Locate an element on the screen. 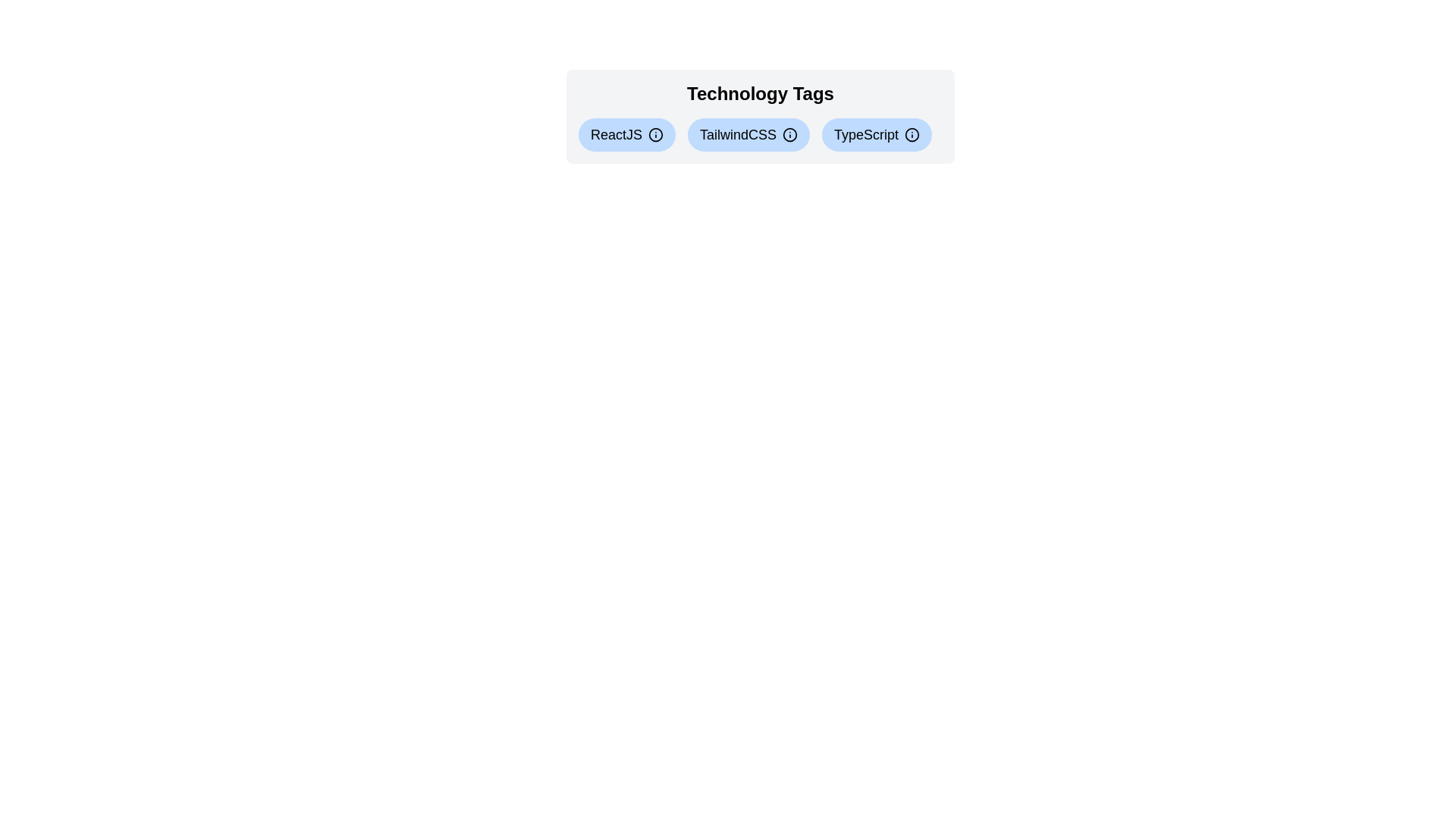 Image resolution: width=1456 pixels, height=819 pixels. the 'Info' icon of the tag labeled TailwindCSS is located at coordinates (789, 133).